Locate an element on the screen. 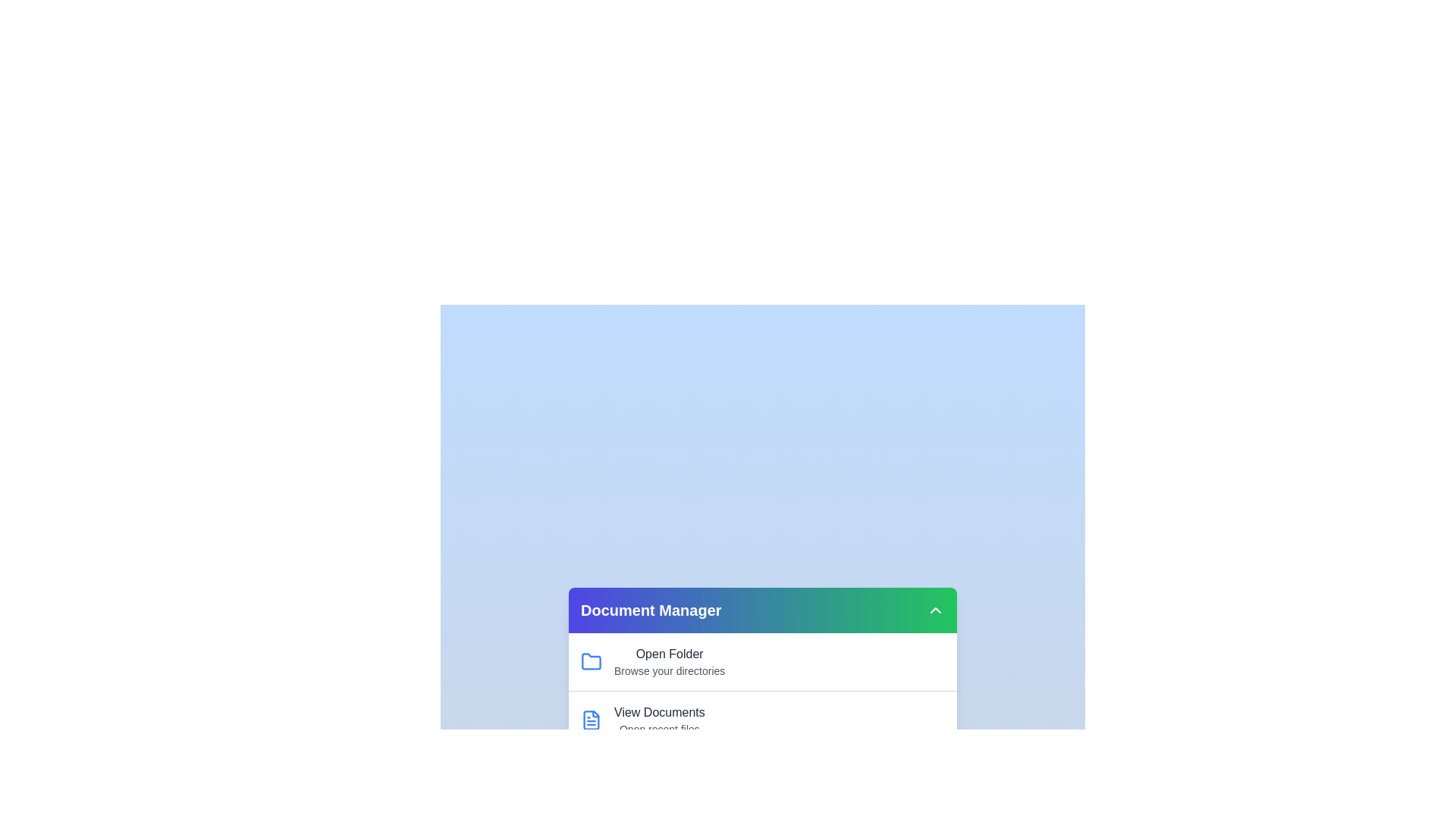  the menu item Open Folder is located at coordinates (669, 654).